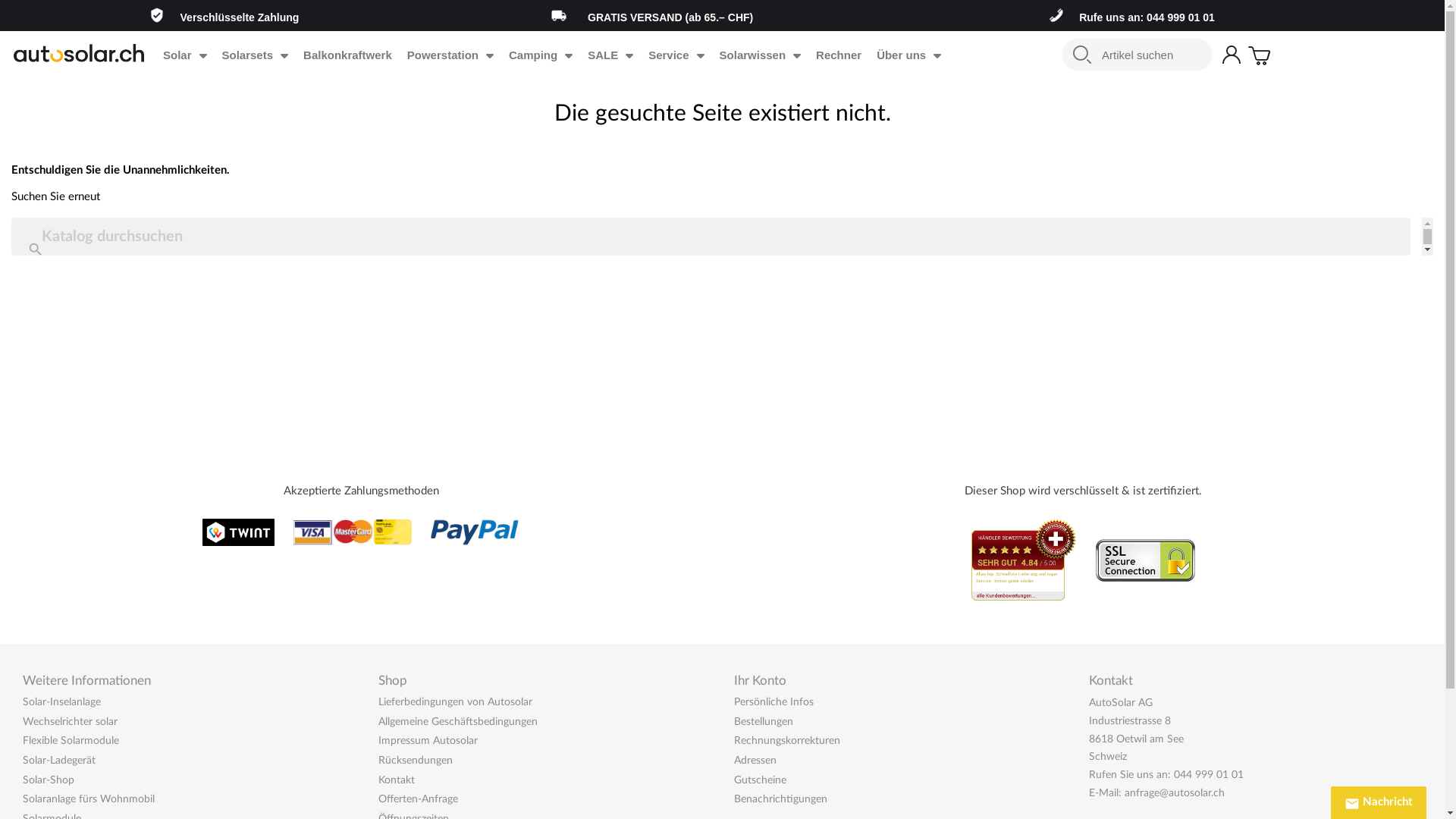  What do you see at coordinates (454, 701) in the screenshot?
I see `'Lieferbedingungen von Autosolar'` at bounding box center [454, 701].